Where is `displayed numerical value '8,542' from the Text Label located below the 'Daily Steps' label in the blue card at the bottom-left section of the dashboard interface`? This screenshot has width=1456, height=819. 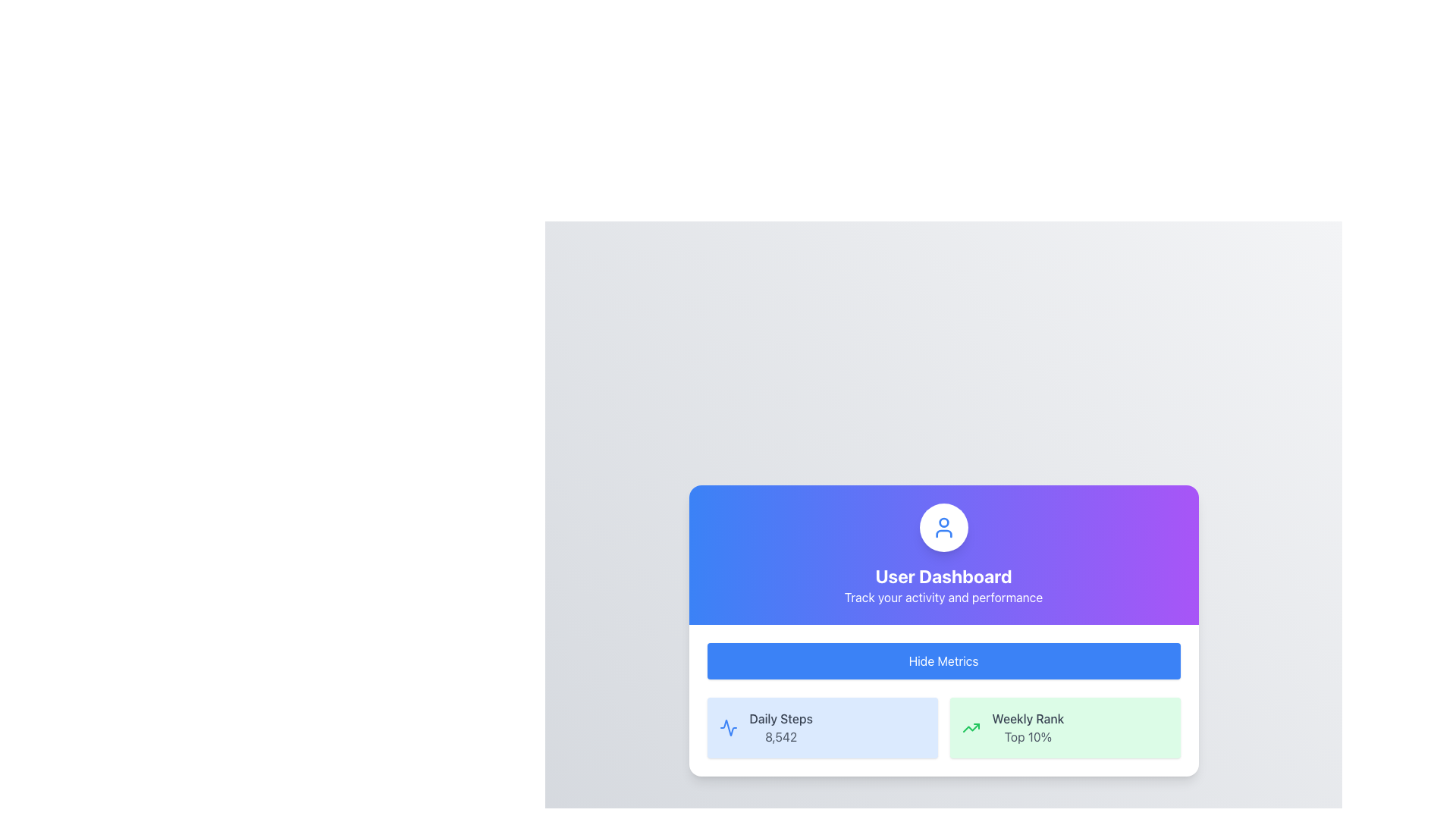
displayed numerical value '8,542' from the Text Label located below the 'Daily Steps' label in the blue card at the bottom-left section of the dashboard interface is located at coordinates (781, 736).